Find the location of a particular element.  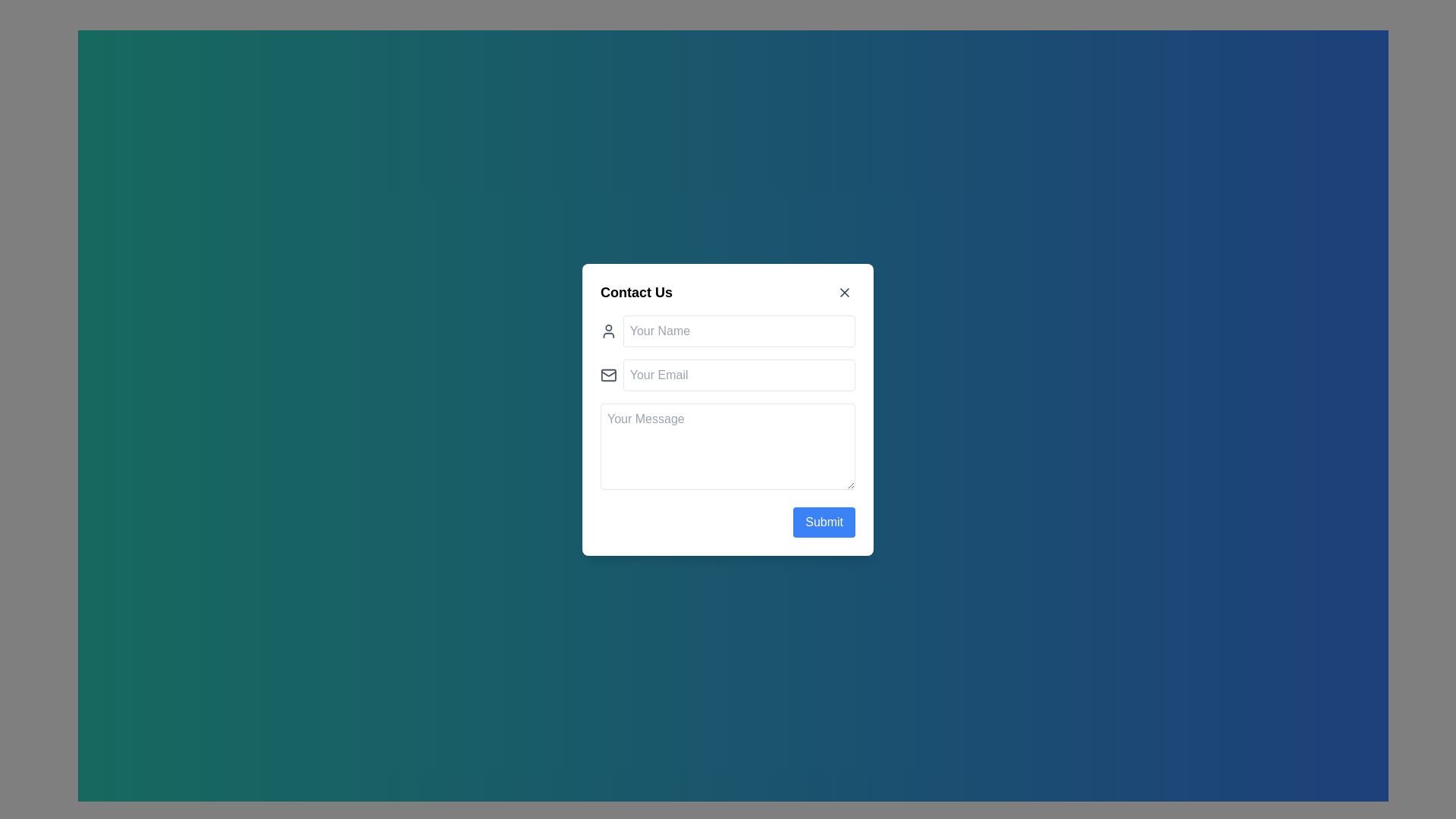

the 'Submit' button with a blue background and white text located at the bottom-right corner of the 'Contact Us' form is located at coordinates (824, 521).